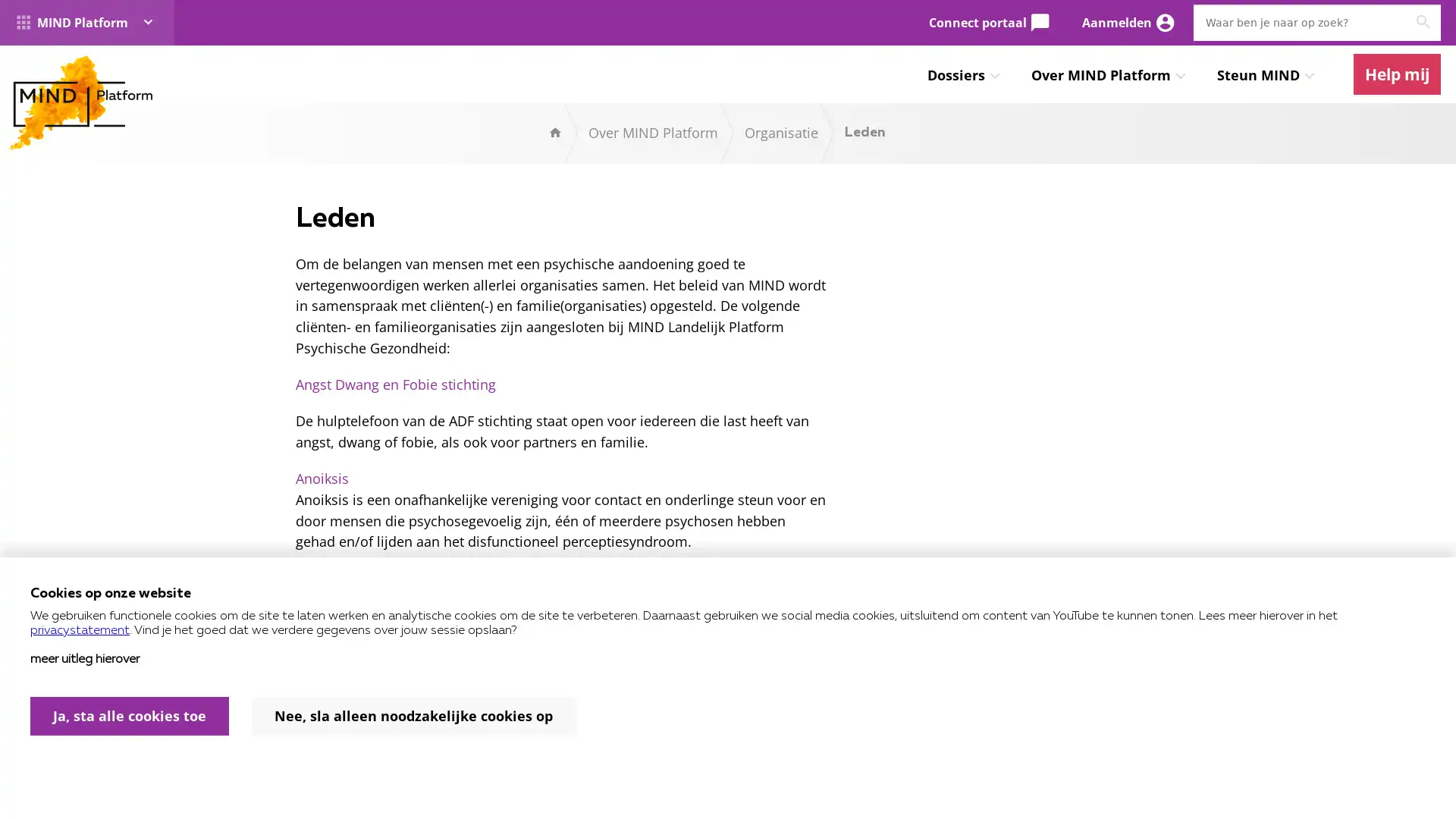 The width and height of the screenshot is (1456, 819). What do you see at coordinates (413, 716) in the screenshot?
I see `Nee, sla alleen noodzakelijke cookies op` at bounding box center [413, 716].